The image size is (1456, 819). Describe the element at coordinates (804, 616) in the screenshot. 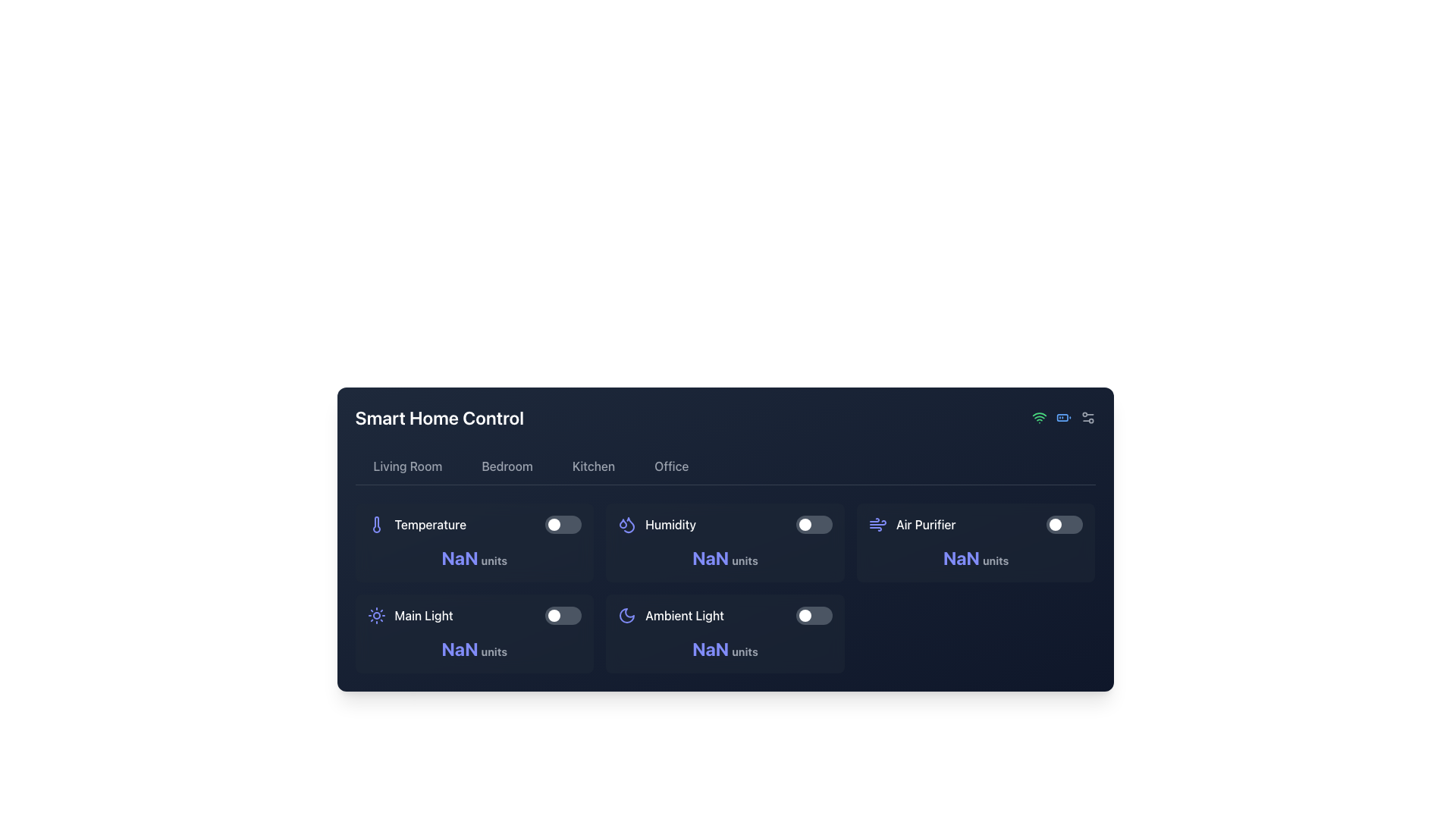

I see `the toggle switch thumb located on the rightmost side of the row labeled 'Ambient Light'` at that location.